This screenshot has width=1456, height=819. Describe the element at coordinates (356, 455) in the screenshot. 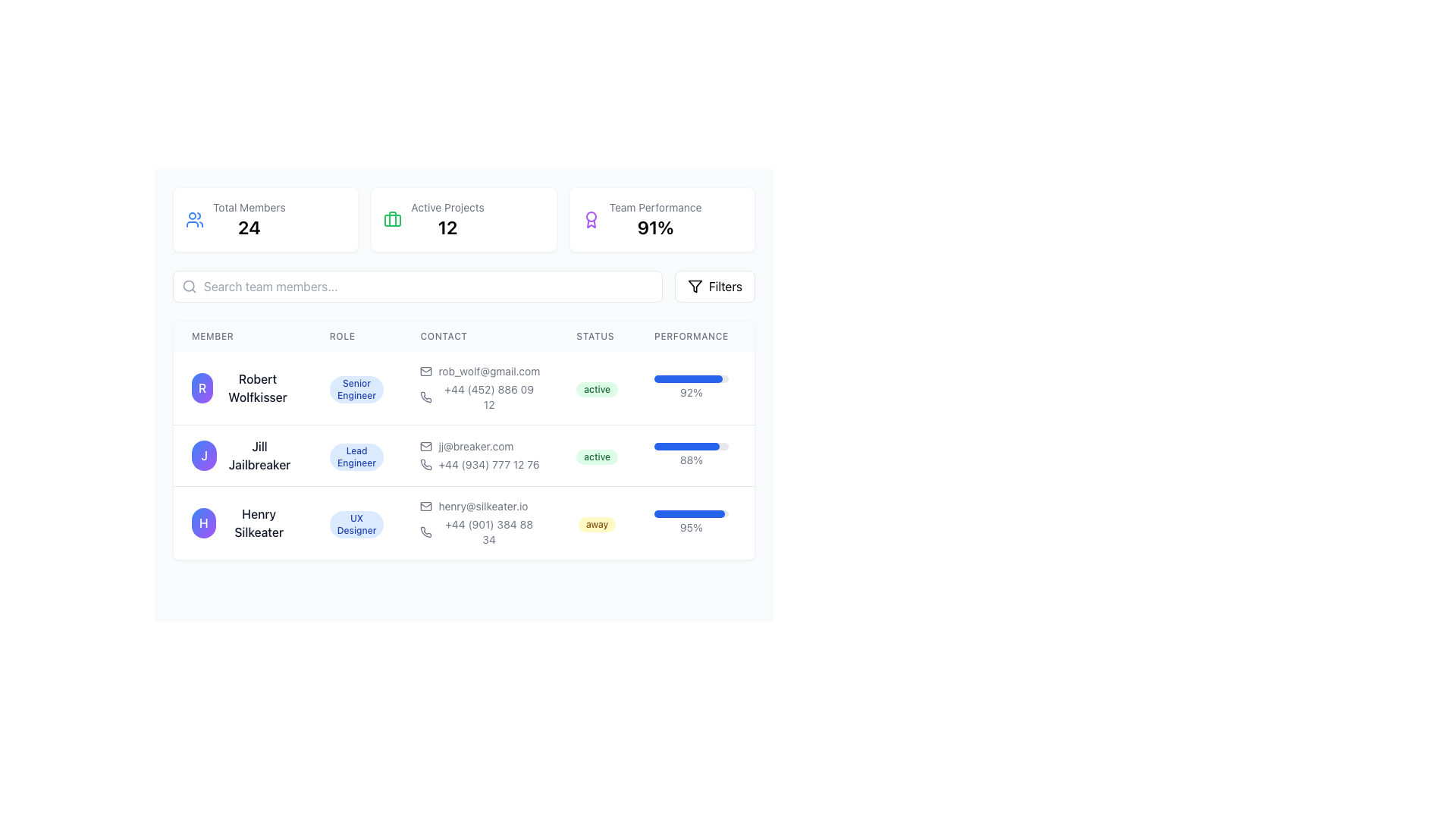

I see `the 'Lead Engineer' label in the 'ROLE' column of the second row, which has a light blue background and dark blue text, positioned between the 'MEMBER' and 'CONTACT' columns, associated with 'Jill Jailbreaker'` at that location.